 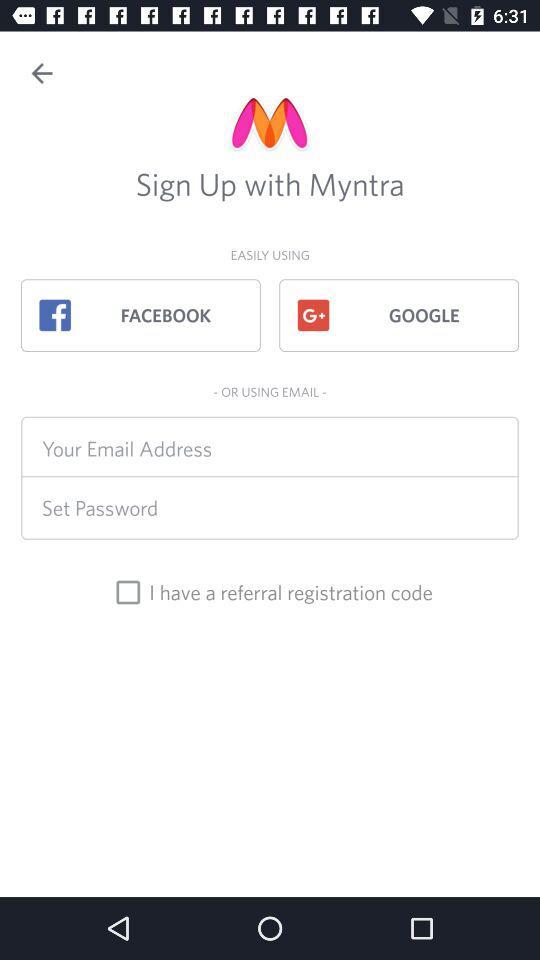 I want to click on the arrow_backward icon, so click(x=42, y=73).